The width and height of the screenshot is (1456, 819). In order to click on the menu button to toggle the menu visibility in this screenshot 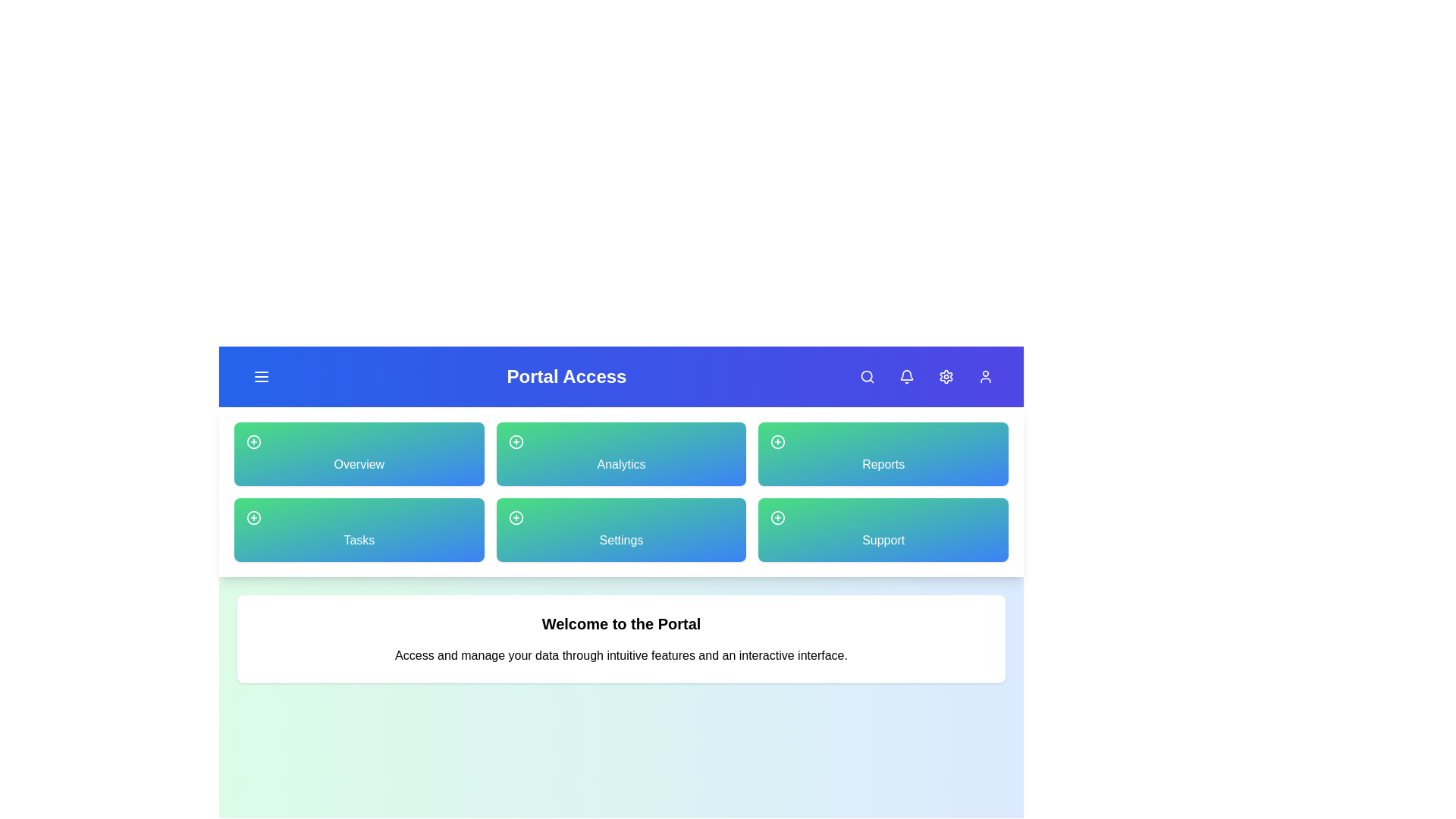, I will do `click(262, 376)`.